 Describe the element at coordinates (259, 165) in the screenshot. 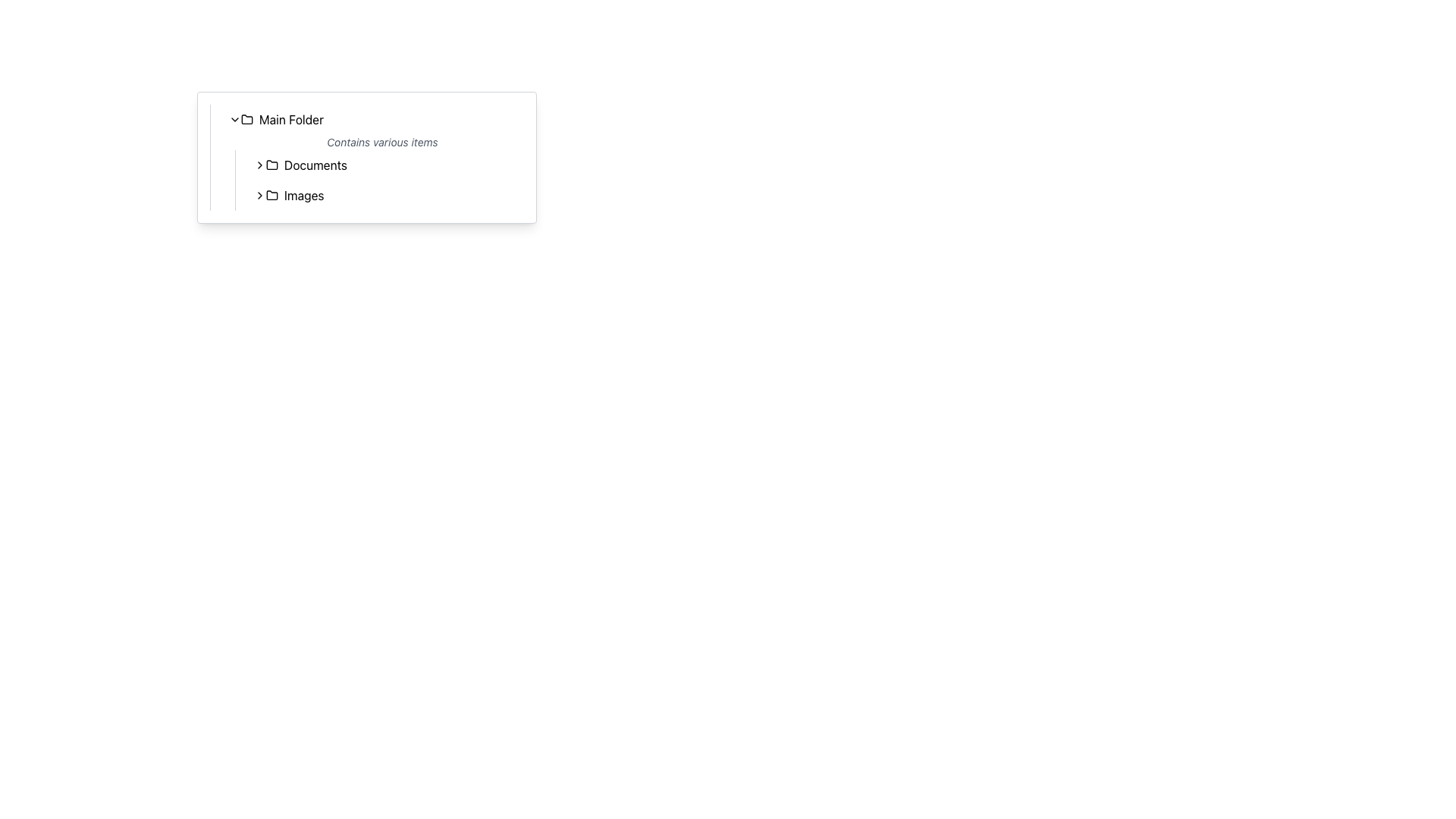

I see `the rightward-pointing chevron icon` at that location.